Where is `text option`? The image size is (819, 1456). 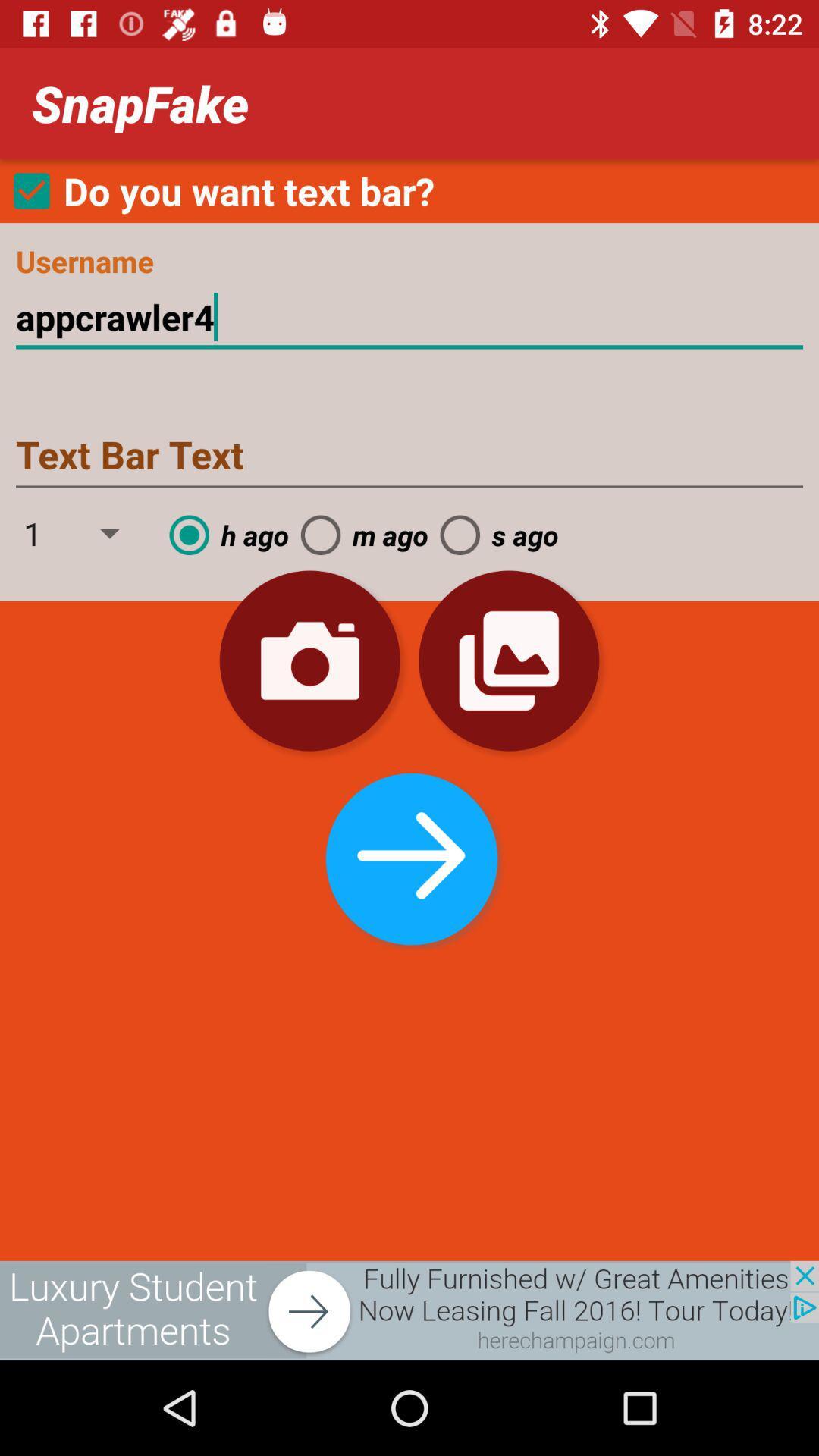
text option is located at coordinates (409, 456).